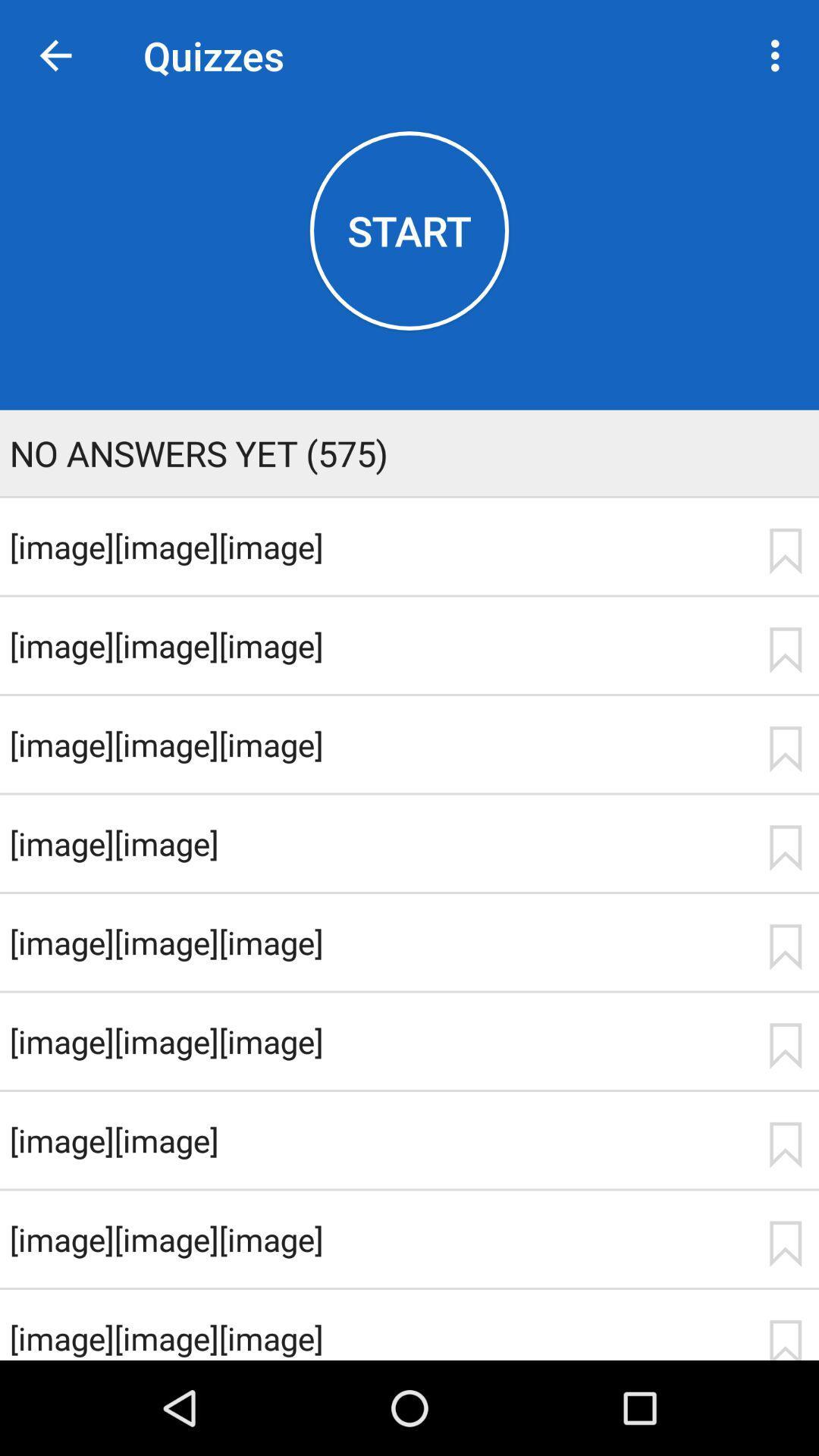  I want to click on flag image, so click(785, 749).